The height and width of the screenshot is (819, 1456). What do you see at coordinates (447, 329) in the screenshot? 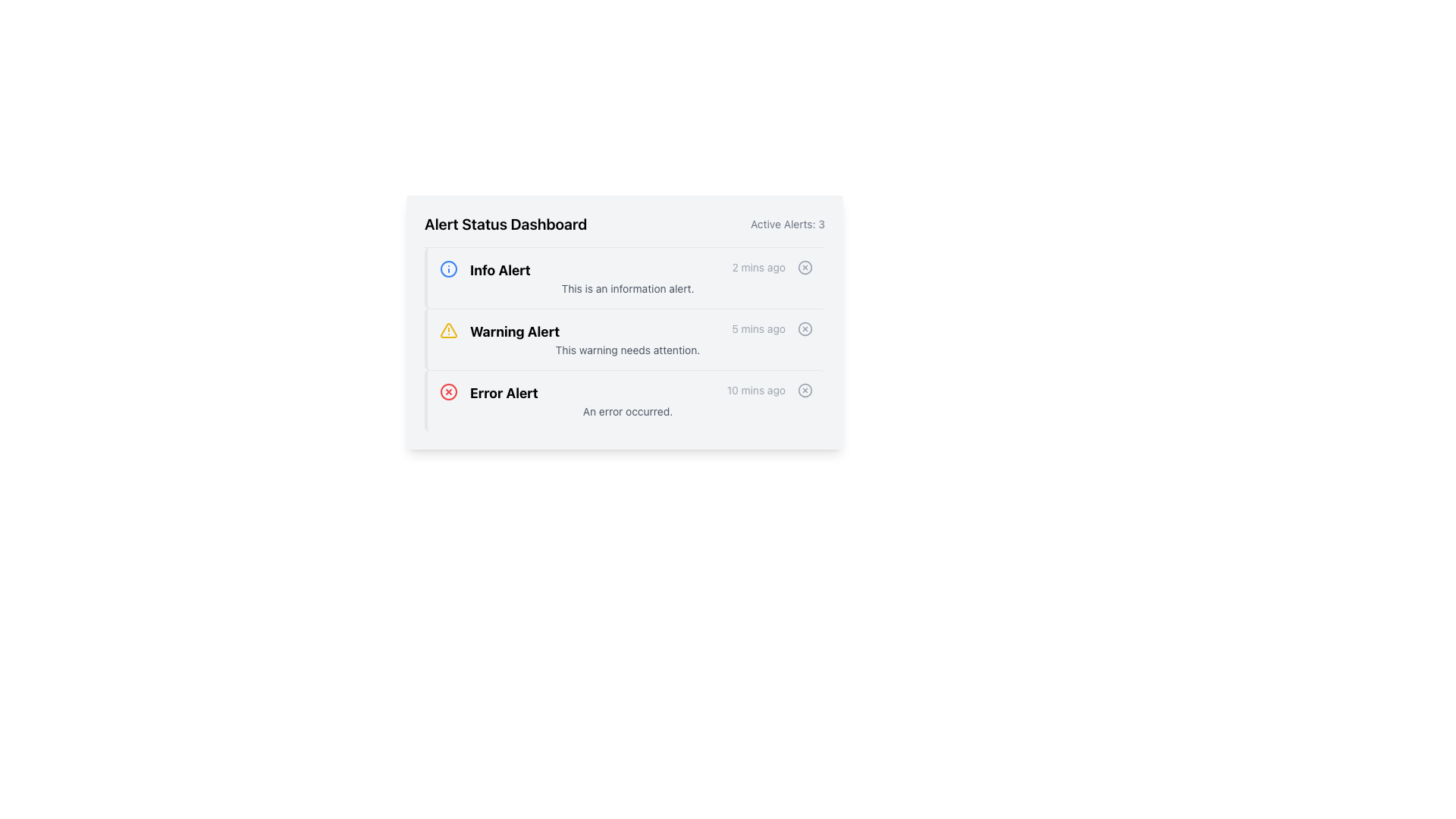
I see `the warning alert icon located in the second row of the alert list, which serves as a visual indicator for a warning alert` at bounding box center [447, 329].